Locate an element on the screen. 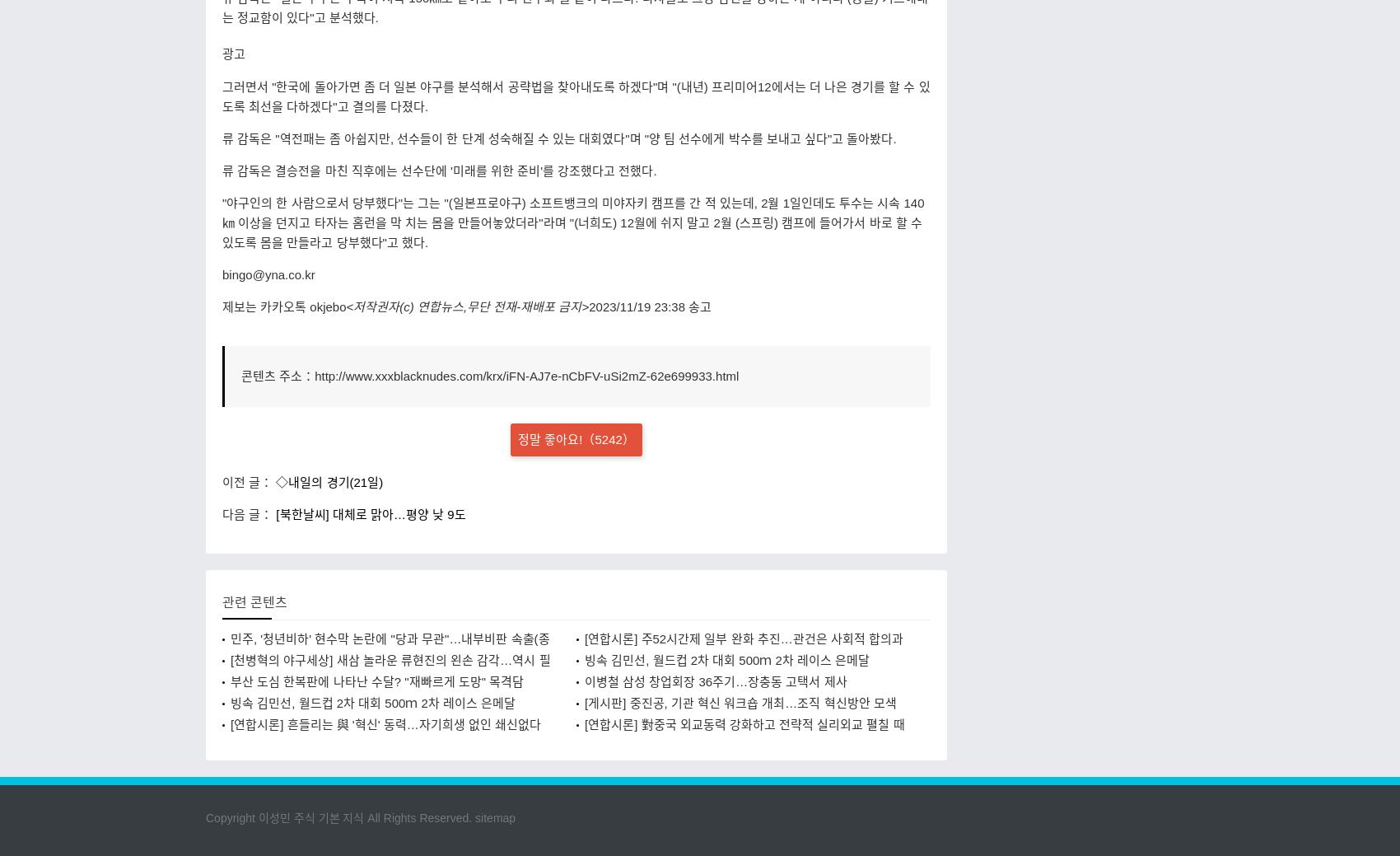 Image resolution: width=1400 pixels, height=856 pixels. '제보는 카카오톡 okjebo' is located at coordinates (282, 305).